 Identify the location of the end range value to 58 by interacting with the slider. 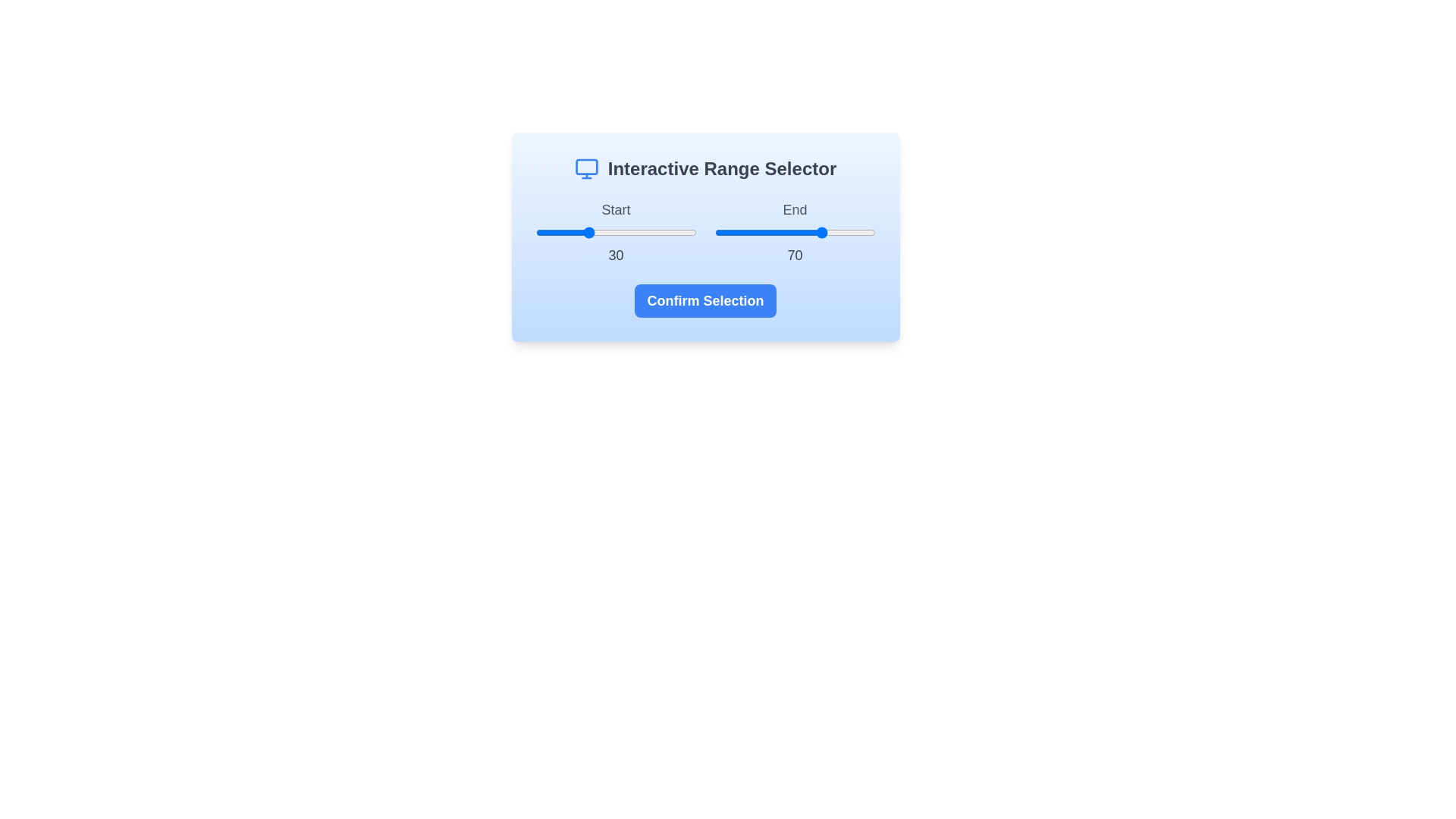
(807, 233).